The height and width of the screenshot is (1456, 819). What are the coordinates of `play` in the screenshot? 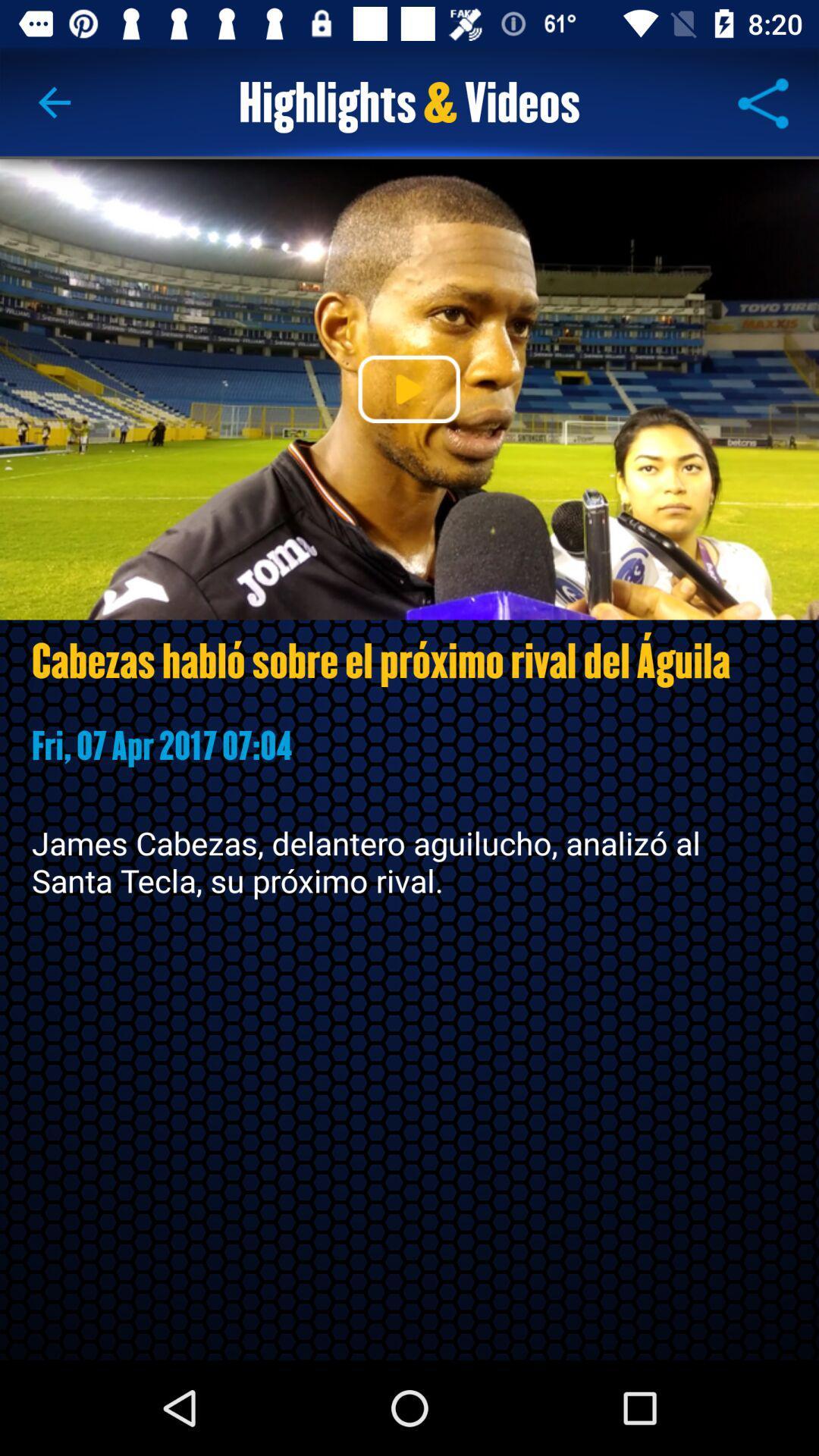 It's located at (408, 389).